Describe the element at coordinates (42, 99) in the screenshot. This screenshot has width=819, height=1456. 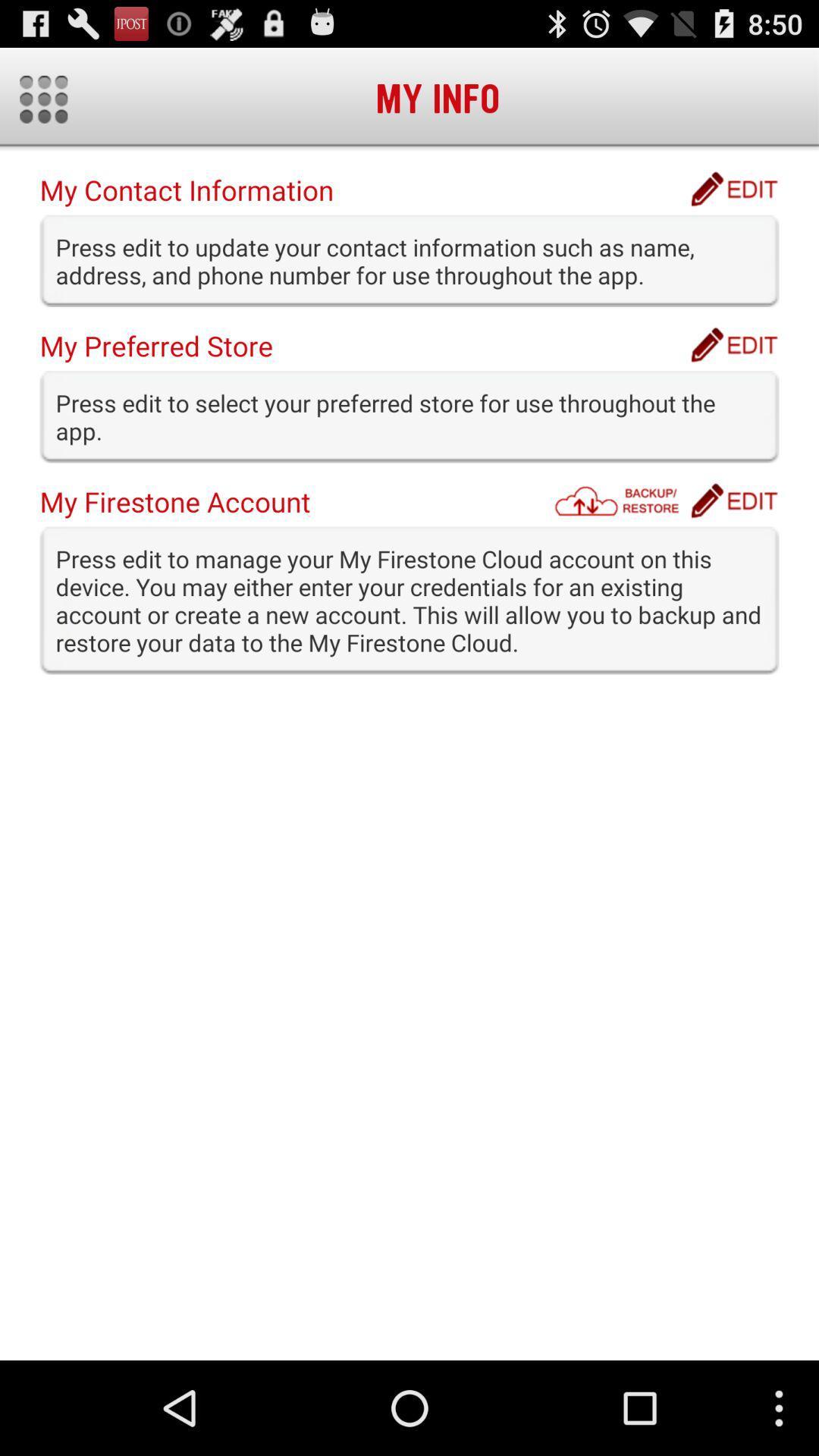
I see `show main menu` at that location.